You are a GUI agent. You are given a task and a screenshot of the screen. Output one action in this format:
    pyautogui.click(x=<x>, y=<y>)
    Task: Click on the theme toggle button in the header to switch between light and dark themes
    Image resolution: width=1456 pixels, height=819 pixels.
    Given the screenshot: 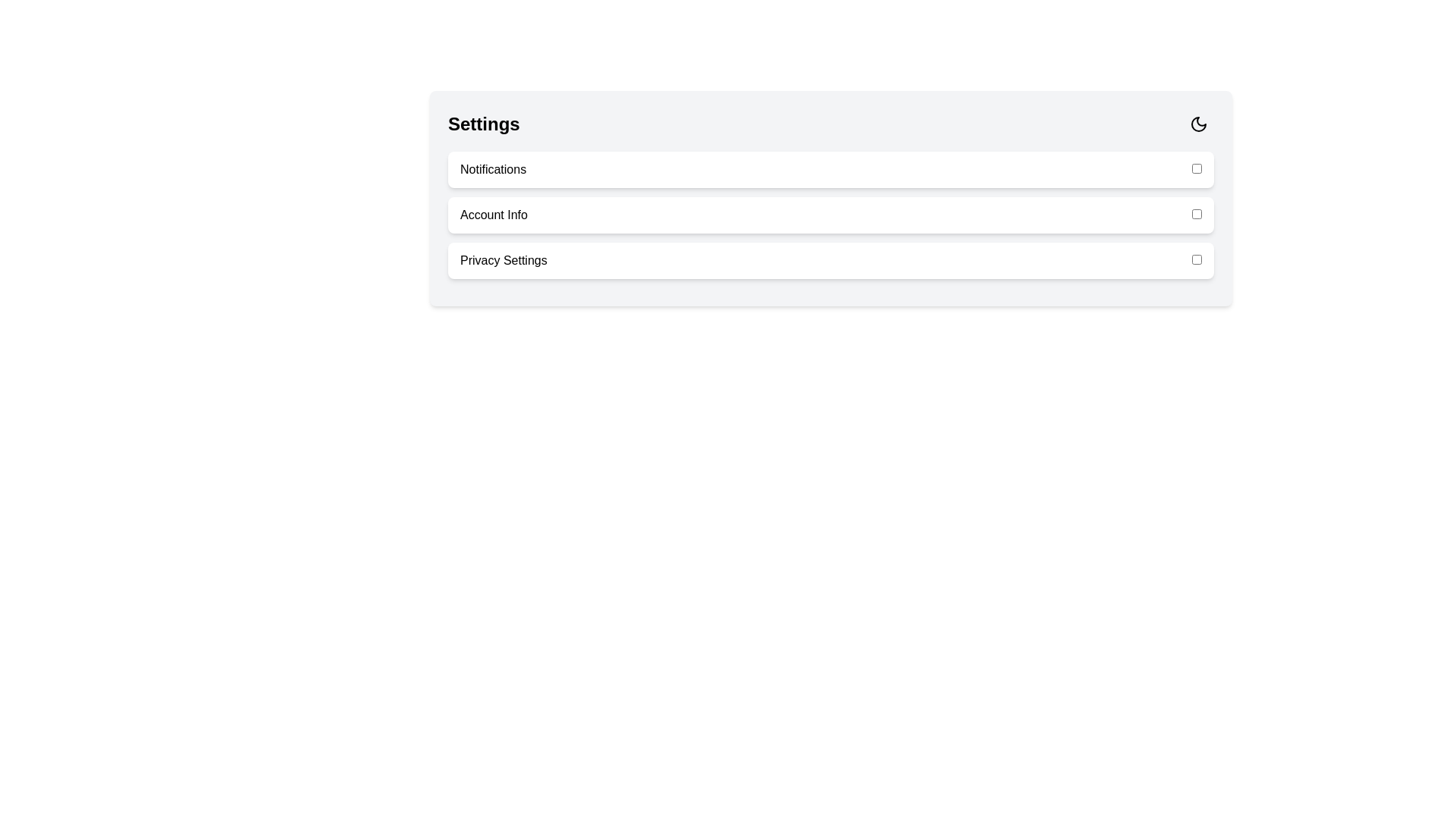 What is the action you would take?
    pyautogui.click(x=1197, y=124)
    